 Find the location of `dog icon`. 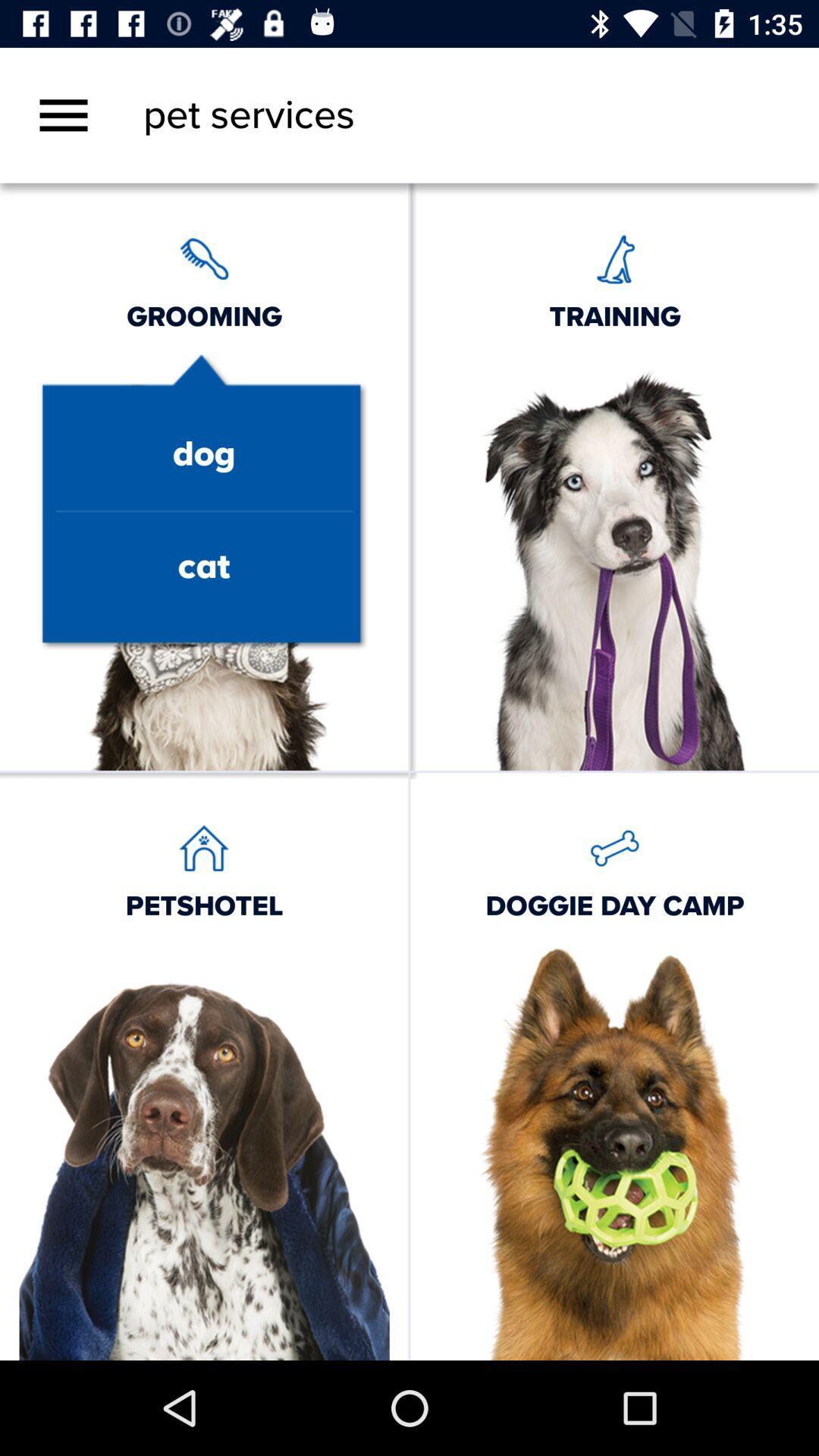

dog icon is located at coordinates (203, 454).